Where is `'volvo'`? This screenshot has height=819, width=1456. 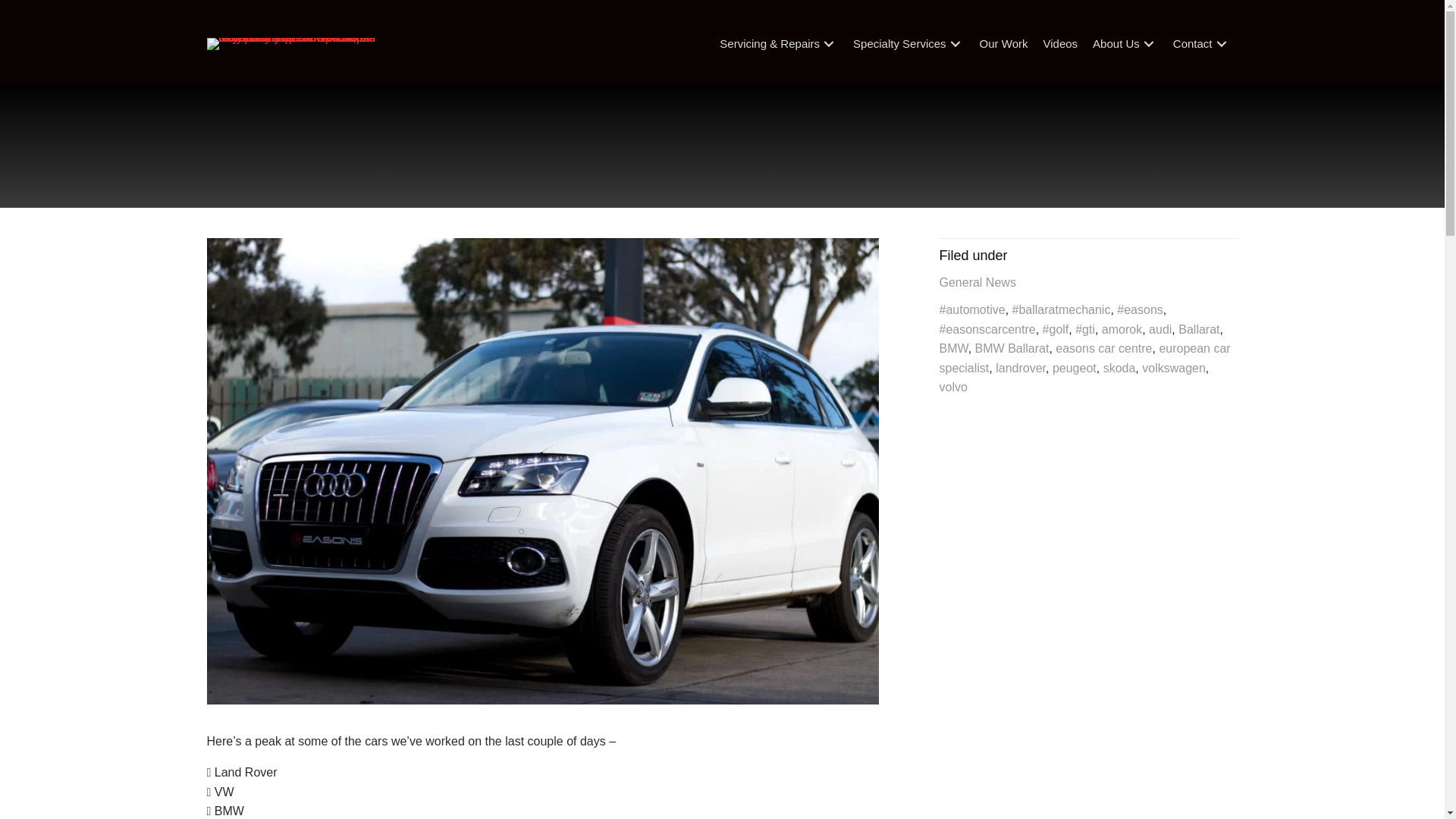 'volvo' is located at coordinates (938, 386).